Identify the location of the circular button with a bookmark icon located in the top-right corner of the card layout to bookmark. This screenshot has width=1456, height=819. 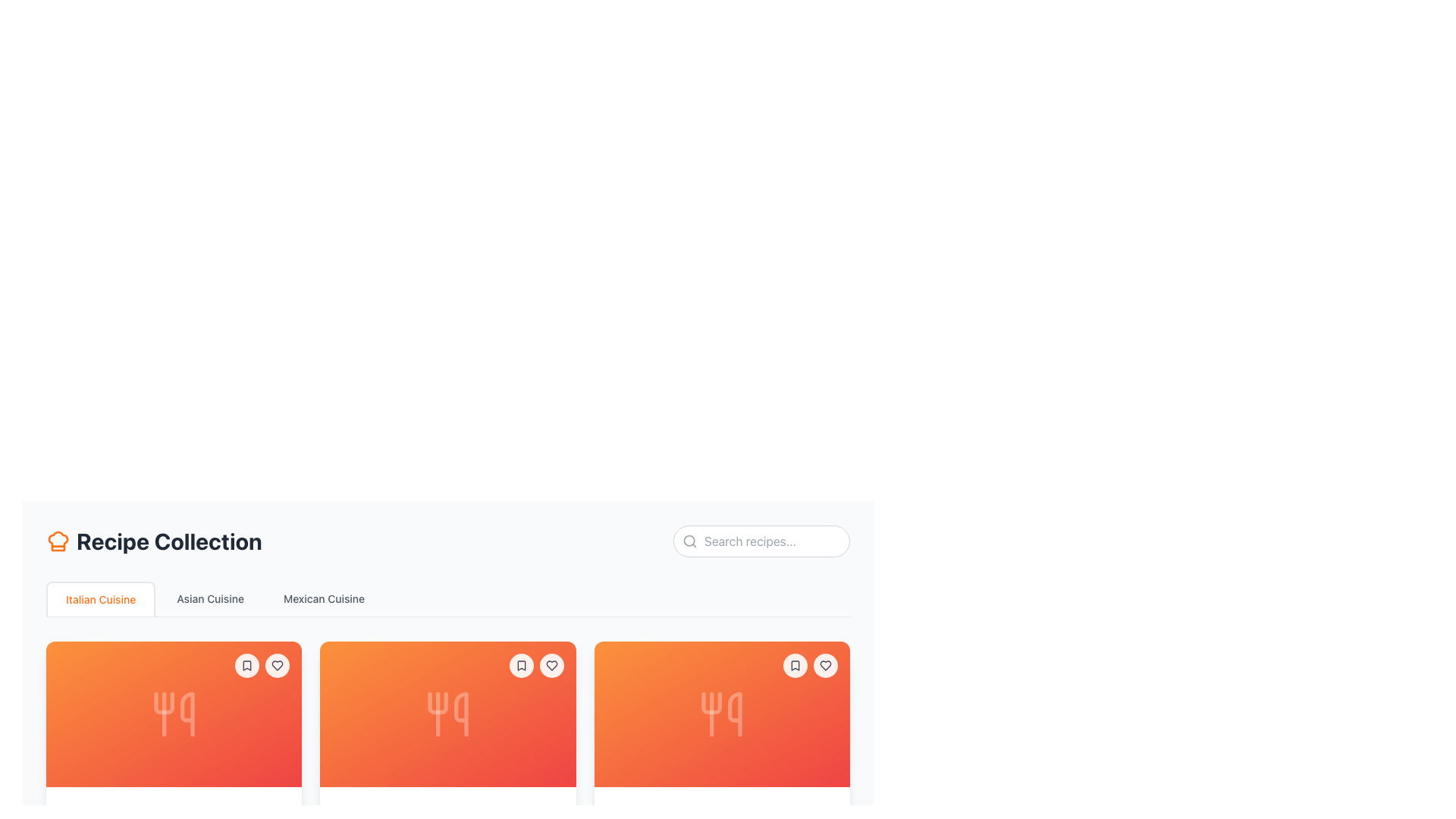
(521, 665).